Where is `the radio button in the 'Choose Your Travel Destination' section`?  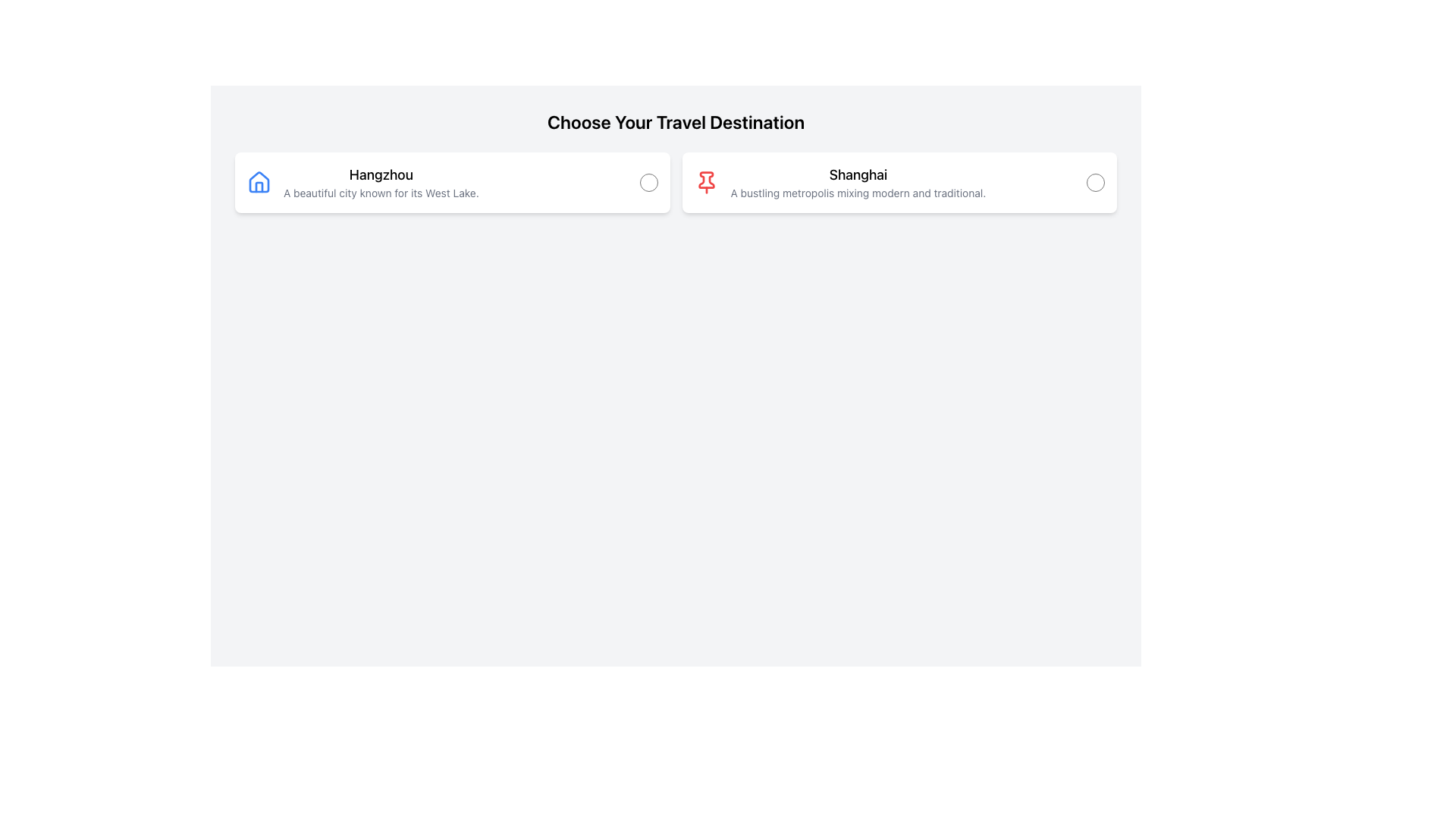
the radio button in the 'Choose Your Travel Destination' section is located at coordinates (675, 181).